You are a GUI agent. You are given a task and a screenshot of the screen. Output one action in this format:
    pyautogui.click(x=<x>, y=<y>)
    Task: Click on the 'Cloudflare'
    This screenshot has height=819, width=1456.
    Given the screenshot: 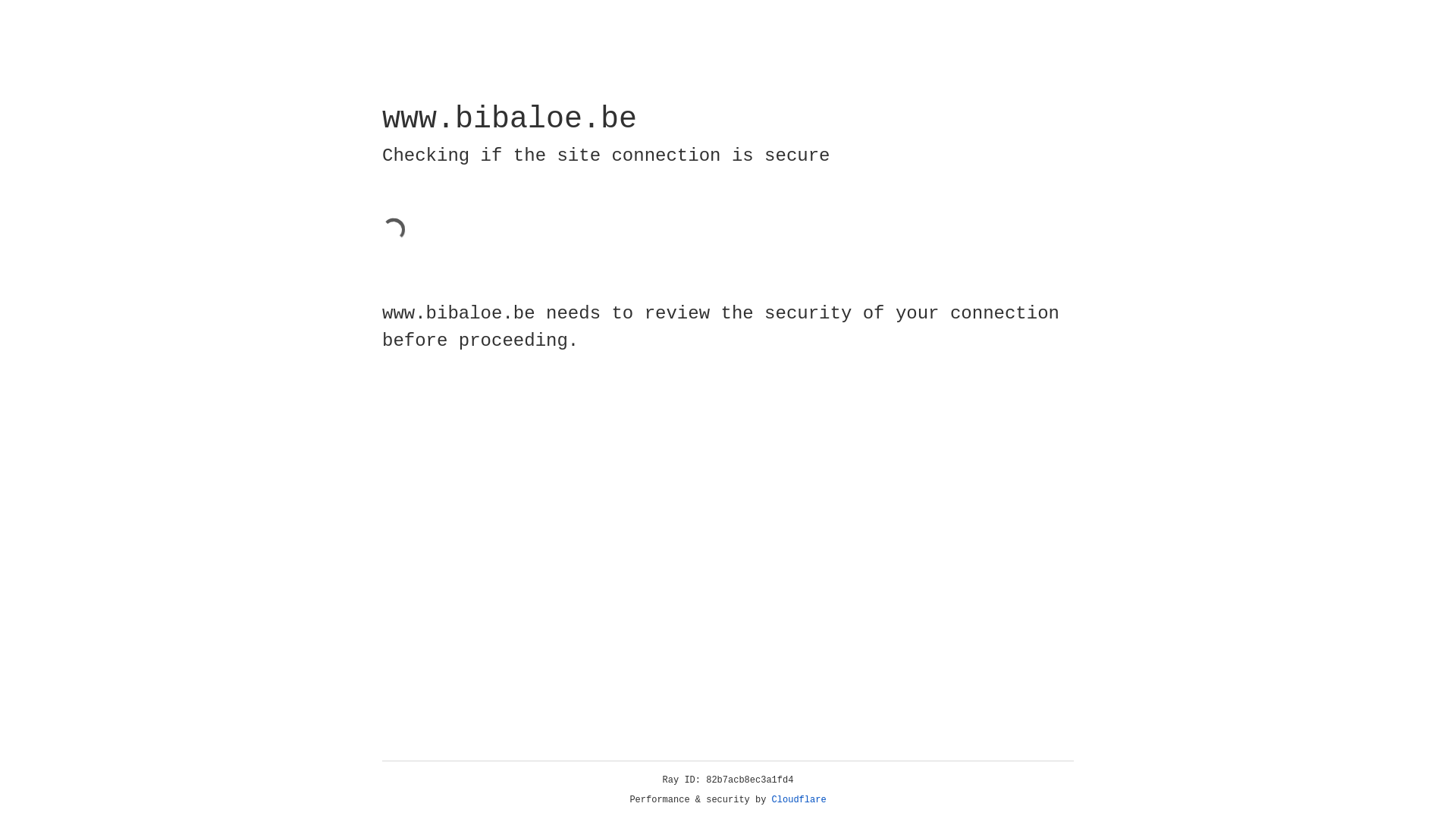 What is the action you would take?
    pyautogui.click(x=799, y=799)
    